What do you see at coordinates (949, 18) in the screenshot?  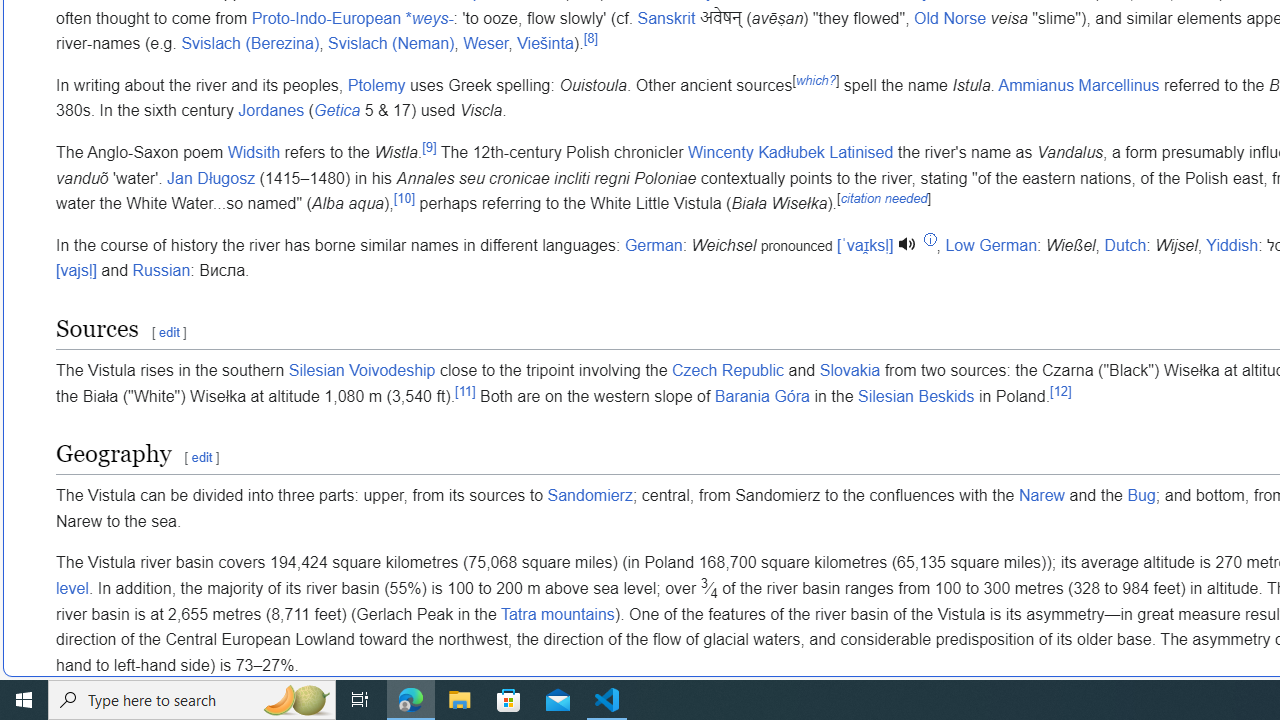 I see `'Old Norse'` at bounding box center [949, 18].